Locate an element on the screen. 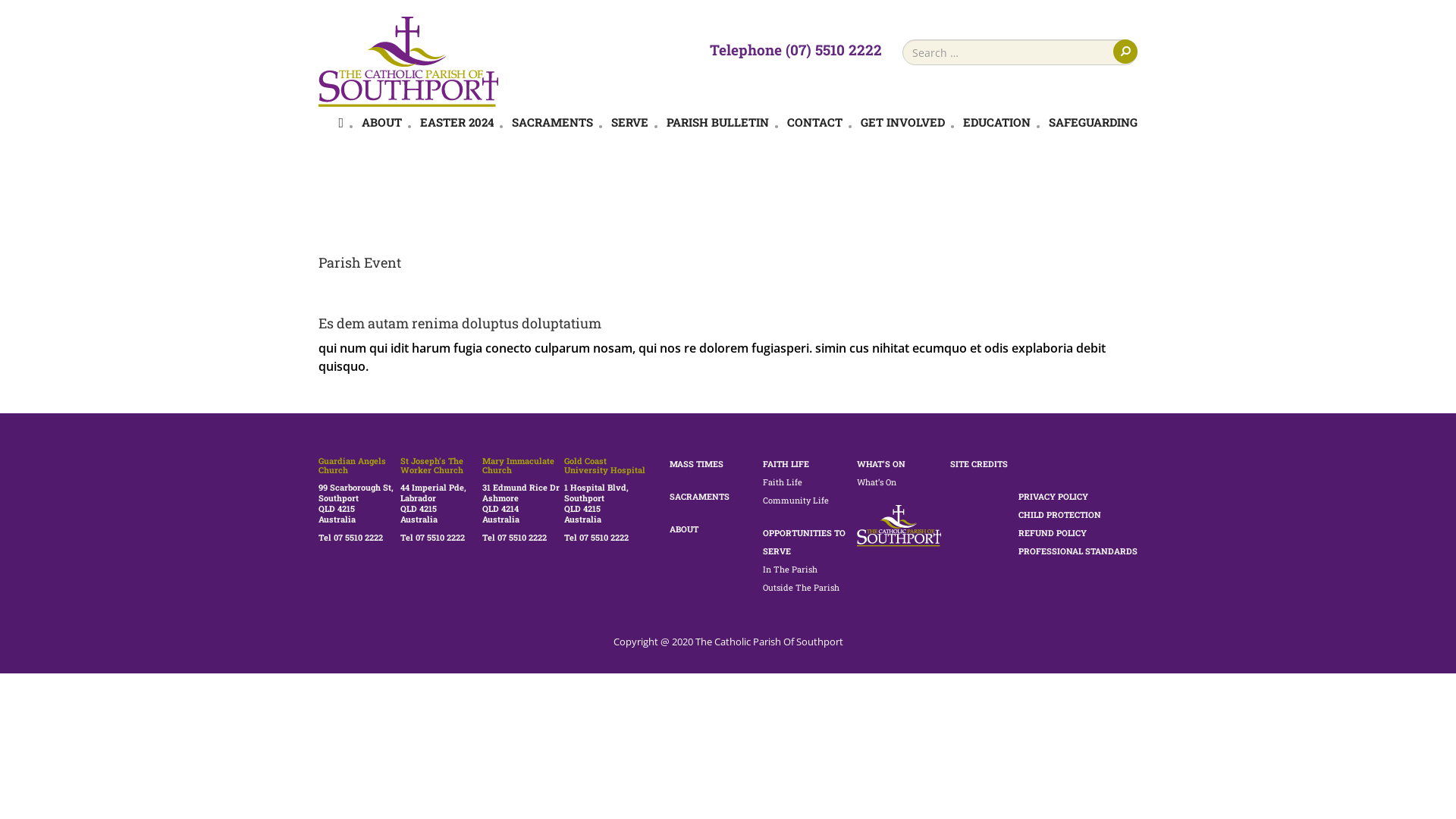  'REFUND POLICY' is located at coordinates (1051, 532).